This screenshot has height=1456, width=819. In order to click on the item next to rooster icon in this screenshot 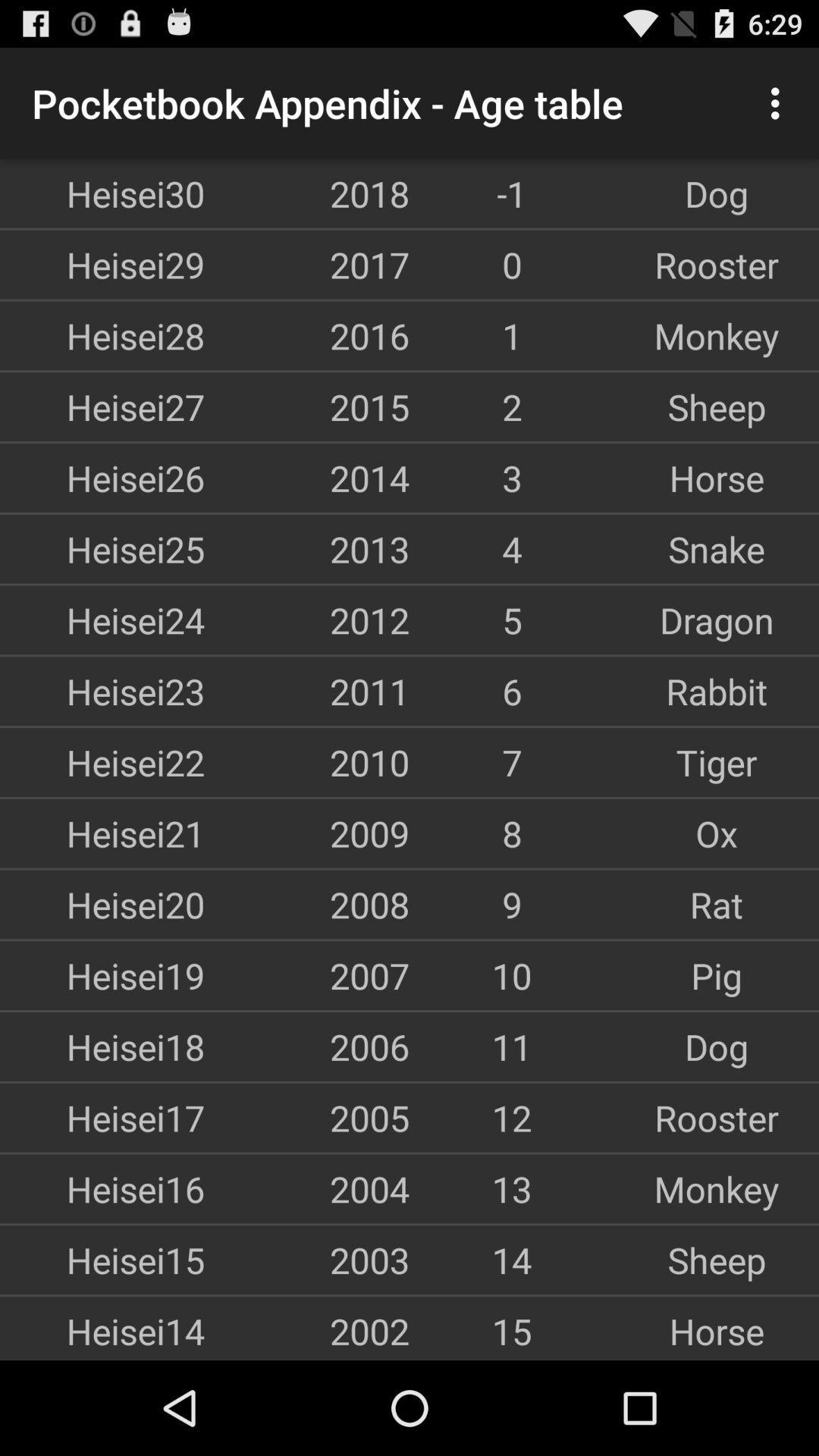, I will do `click(512, 1118)`.